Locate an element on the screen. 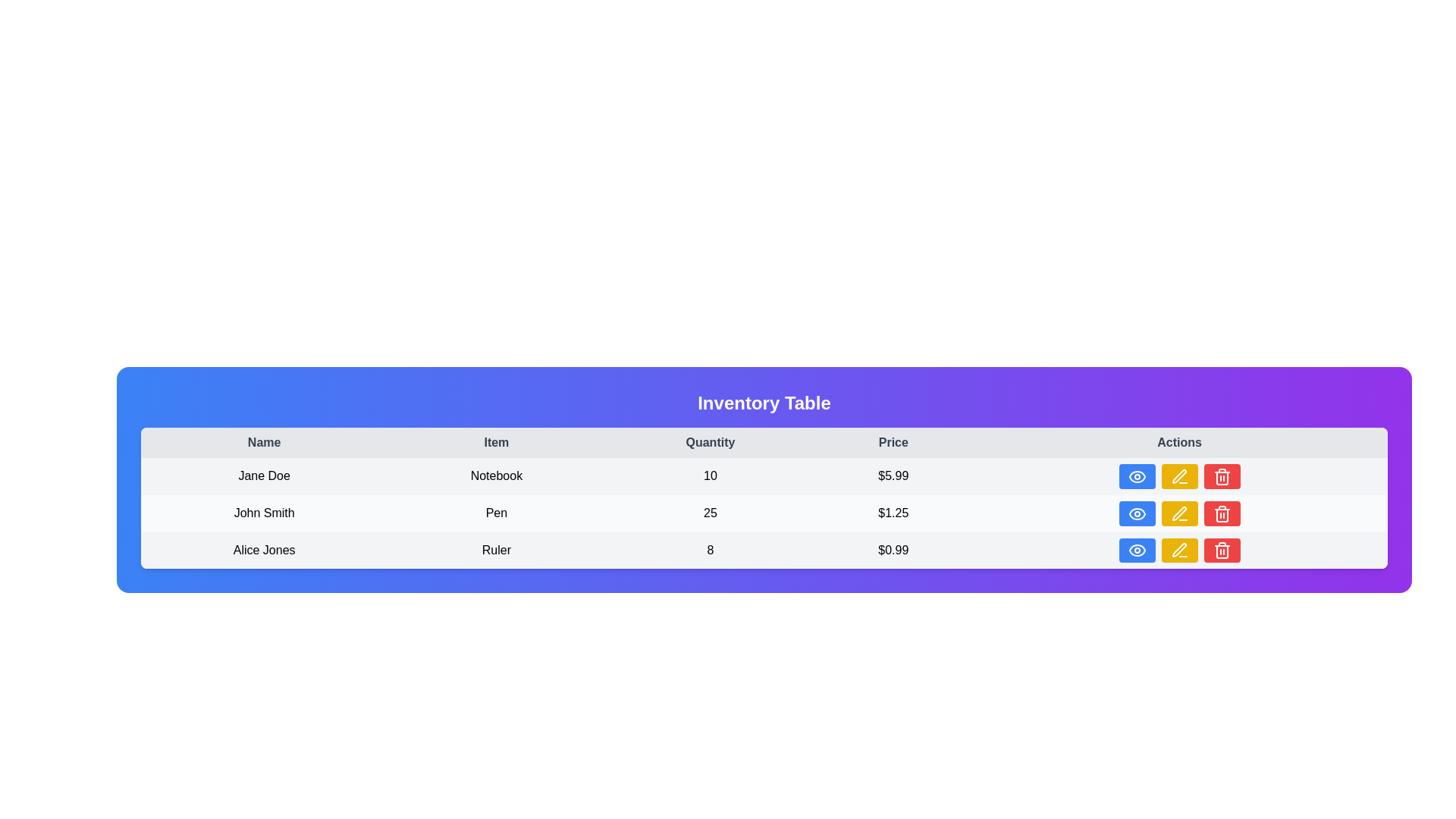 This screenshot has width=1456, height=819. the preview action button located in the 'Actions' column of the first row of the table is located at coordinates (1137, 475).